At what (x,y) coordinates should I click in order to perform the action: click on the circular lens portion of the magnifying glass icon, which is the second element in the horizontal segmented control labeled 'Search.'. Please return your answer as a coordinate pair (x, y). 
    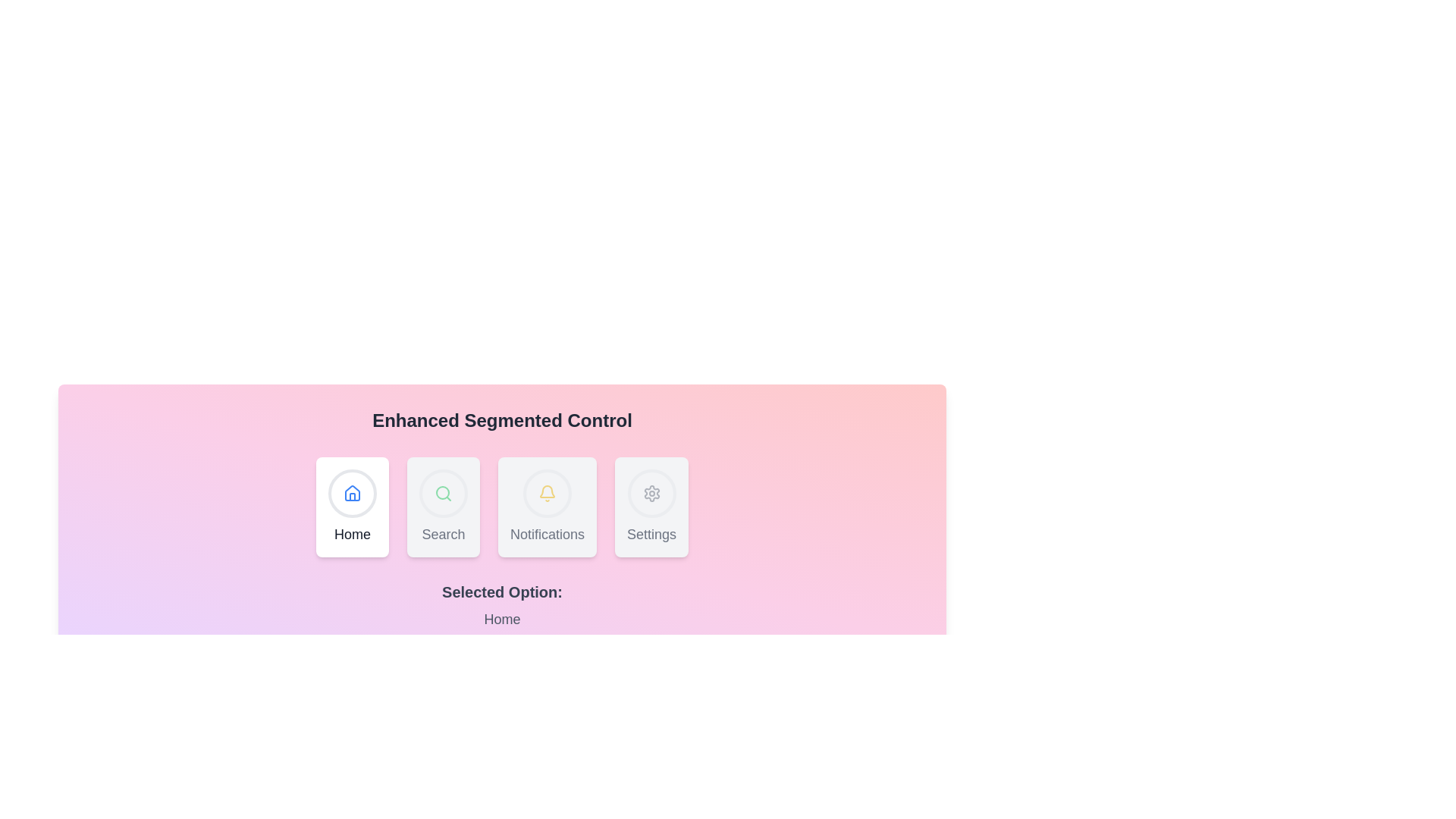
    Looking at the image, I should click on (441, 493).